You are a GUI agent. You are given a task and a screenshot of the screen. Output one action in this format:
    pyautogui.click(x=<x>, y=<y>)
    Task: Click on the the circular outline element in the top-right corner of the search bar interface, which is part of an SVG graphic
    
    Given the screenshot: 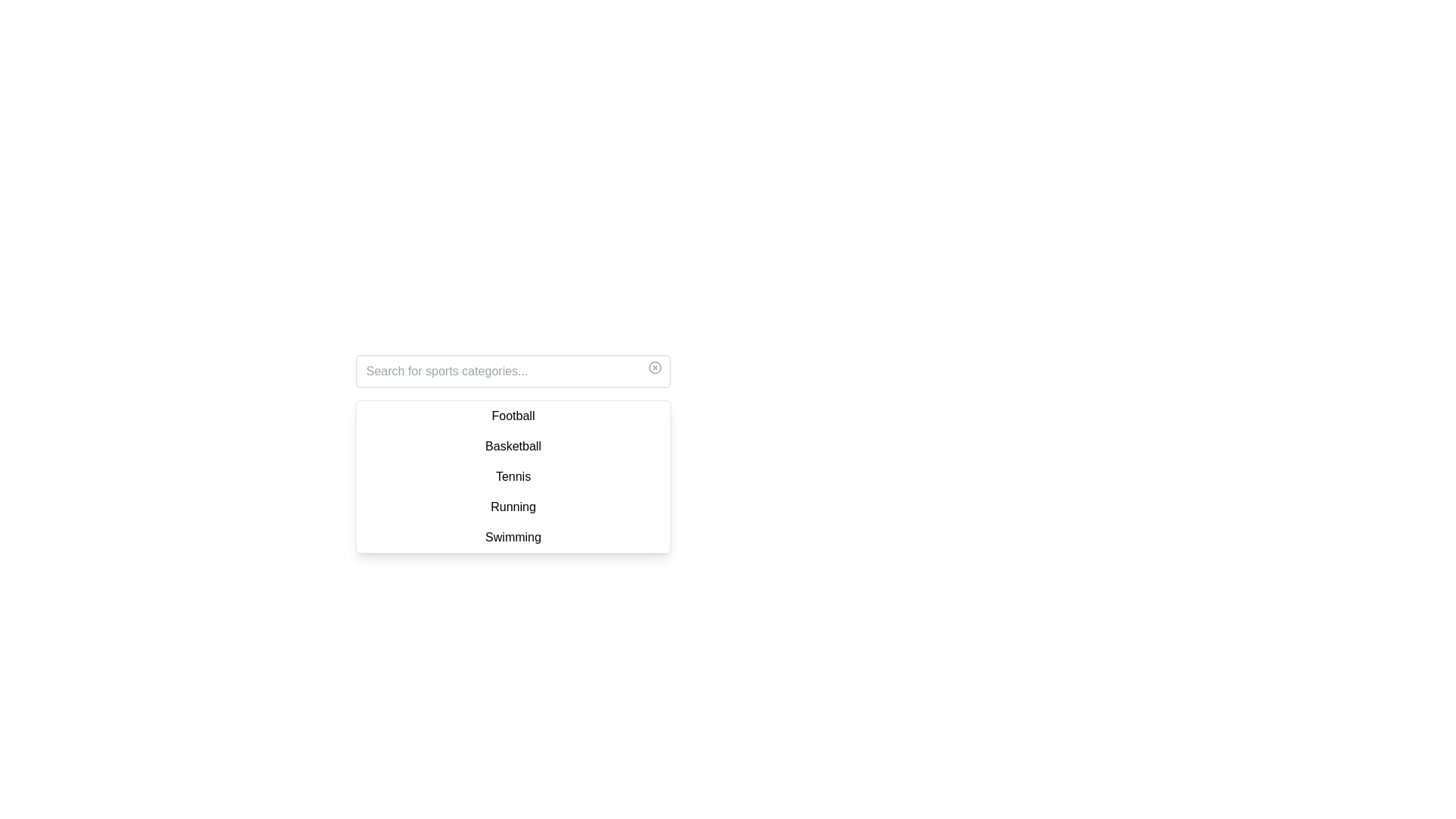 What is the action you would take?
    pyautogui.click(x=655, y=368)
    